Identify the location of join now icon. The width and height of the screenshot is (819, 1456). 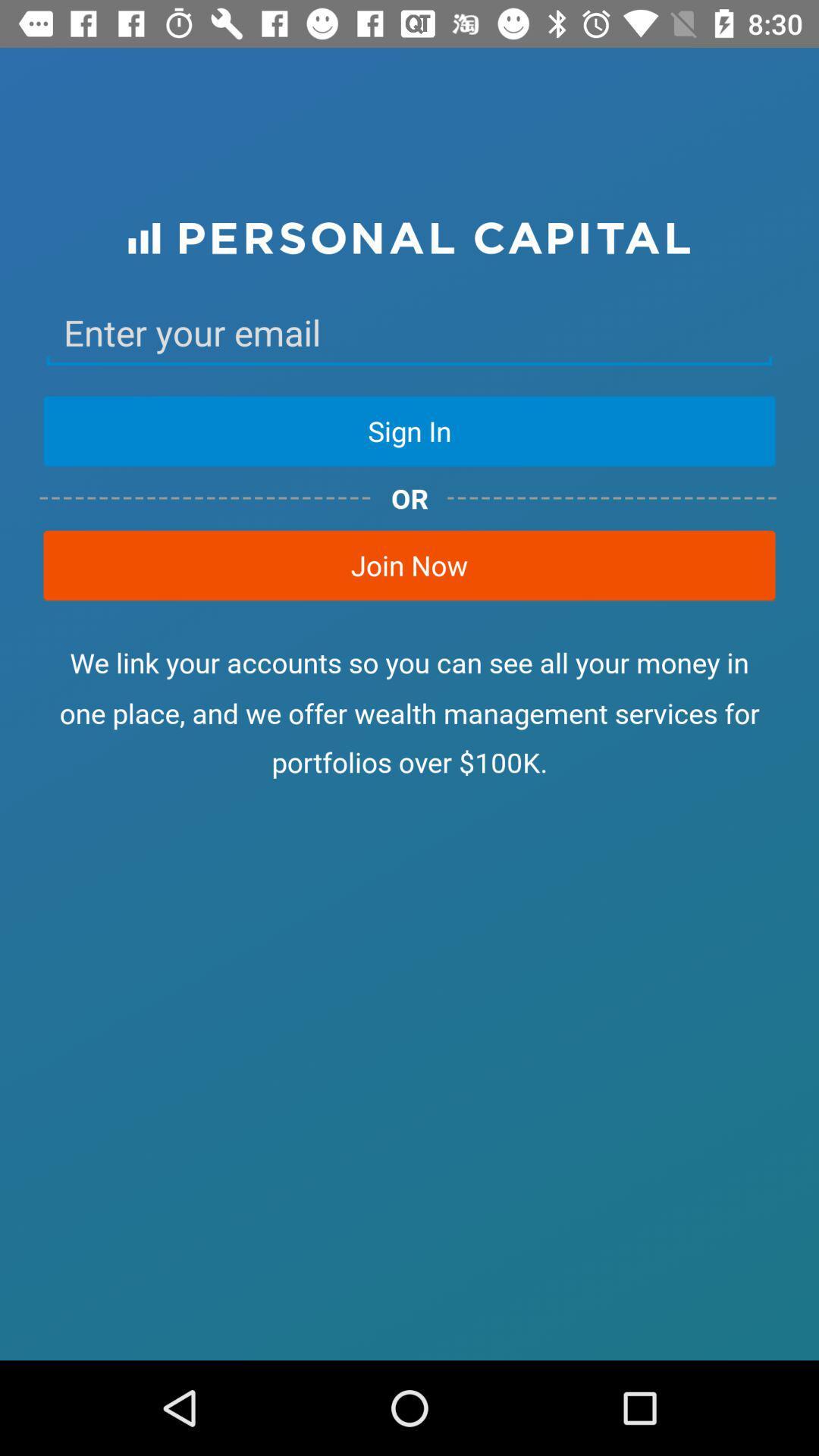
(409, 564).